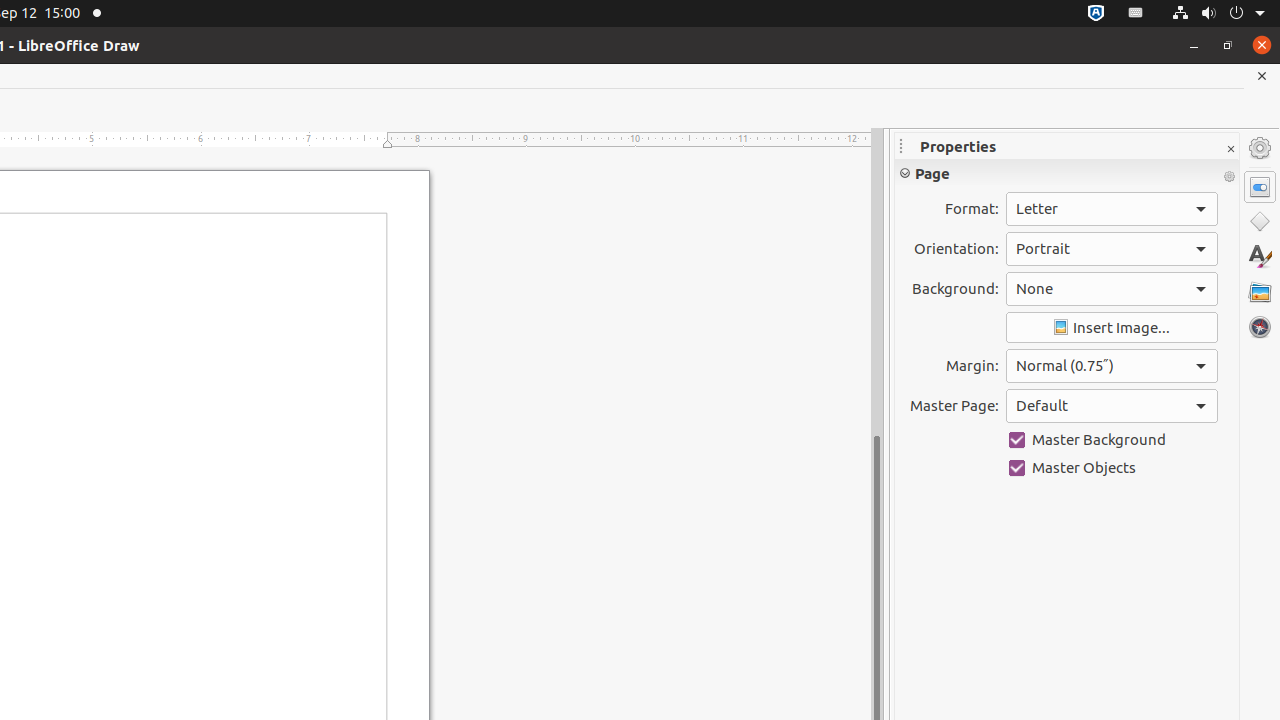 This screenshot has width=1280, height=720. What do you see at coordinates (1110, 247) in the screenshot?
I see `'Orientation:'` at bounding box center [1110, 247].